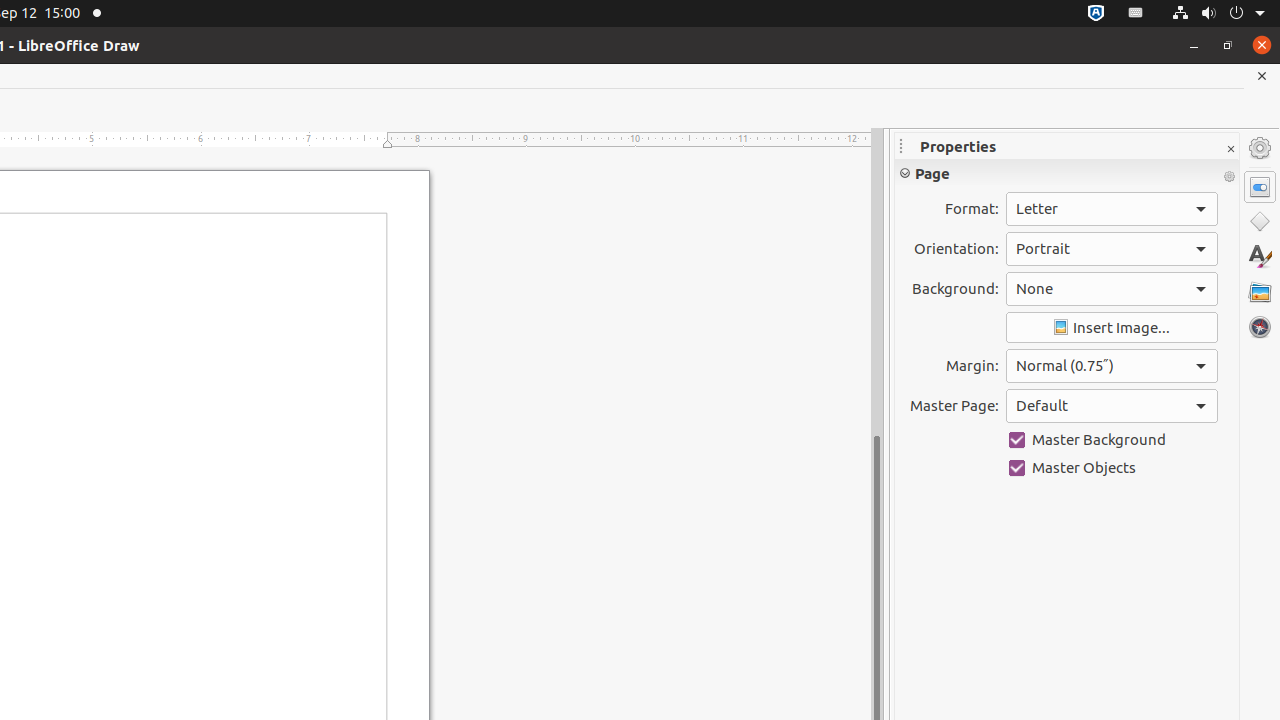 This screenshot has width=1280, height=720. What do you see at coordinates (1110, 247) in the screenshot?
I see `'Orientation:'` at bounding box center [1110, 247].